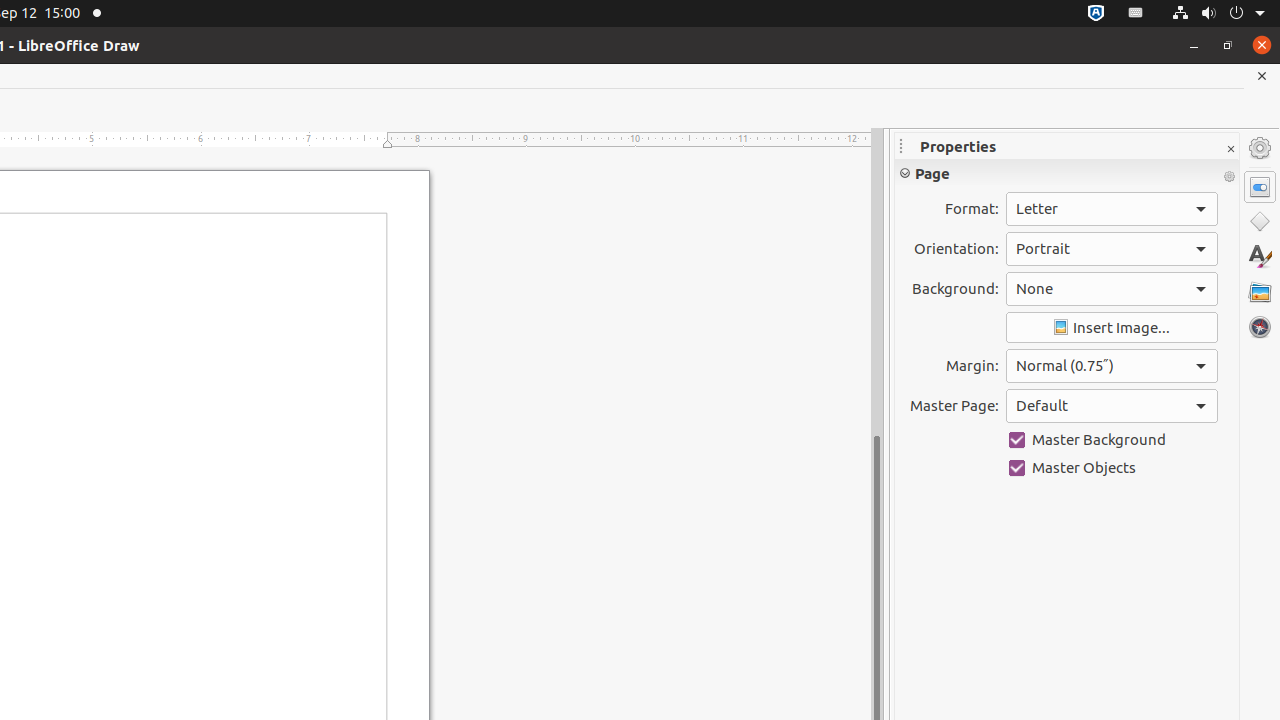 This screenshot has width=1280, height=720. What do you see at coordinates (1110, 247) in the screenshot?
I see `'Orientation:'` at bounding box center [1110, 247].